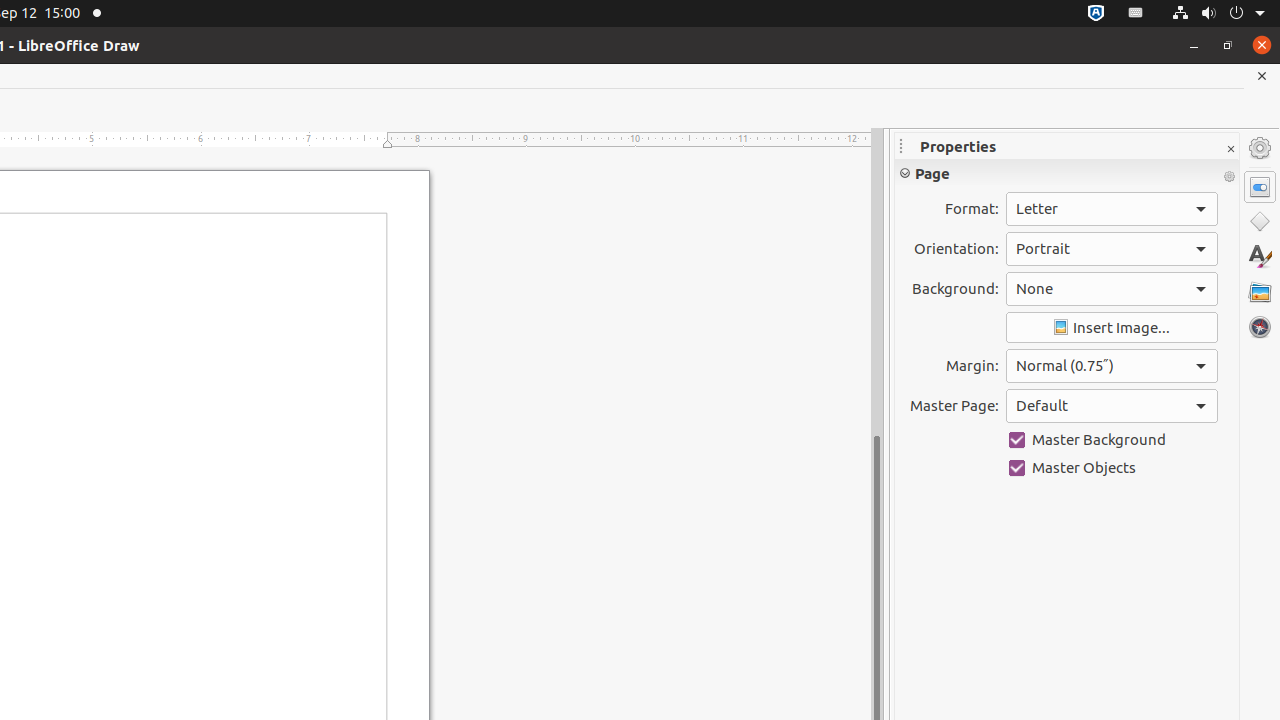 This screenshot has width=1280, height=720. What do you see at coordinates (1110, 247) in the screenshot?
I see `'Orientation:'` at bounding box center [1110, 247].